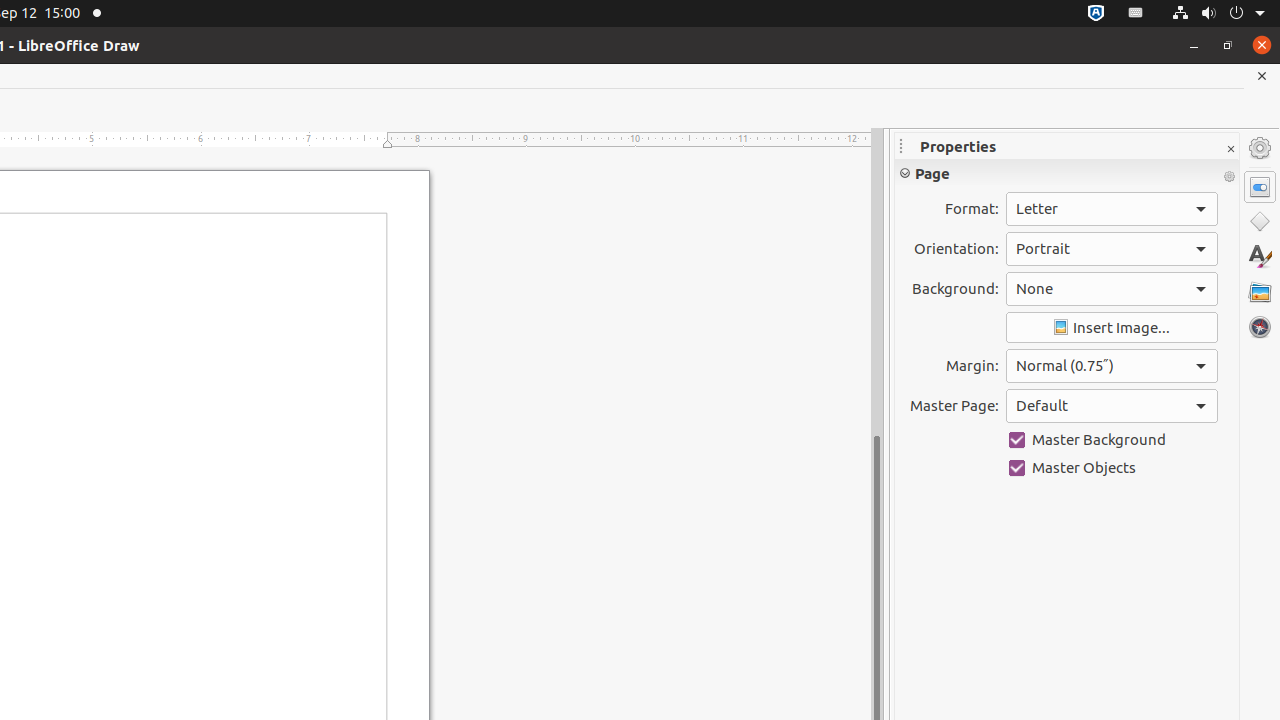 This screenshot has width=1280, height=720. What do you see at coordinates (1110, 247) in the screenshot?
I see `'Orientation:'` at bounding box center [1110, 247].